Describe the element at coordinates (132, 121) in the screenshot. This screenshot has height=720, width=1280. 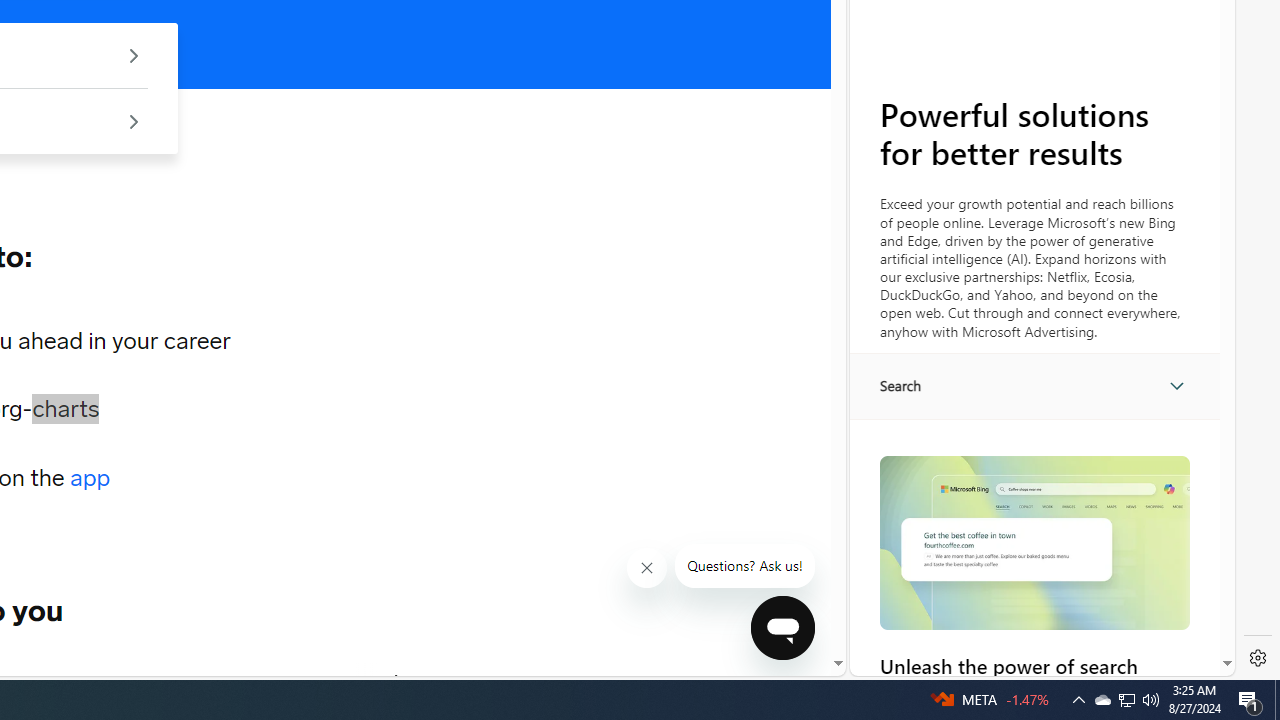
I see `'See group offers'` at that location.